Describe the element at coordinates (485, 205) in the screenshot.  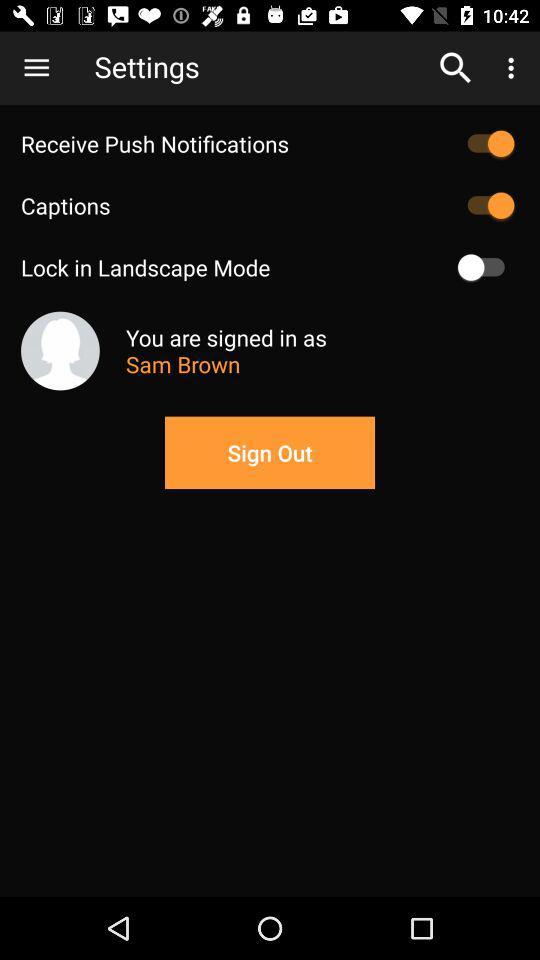
I see `on or off` at that location.